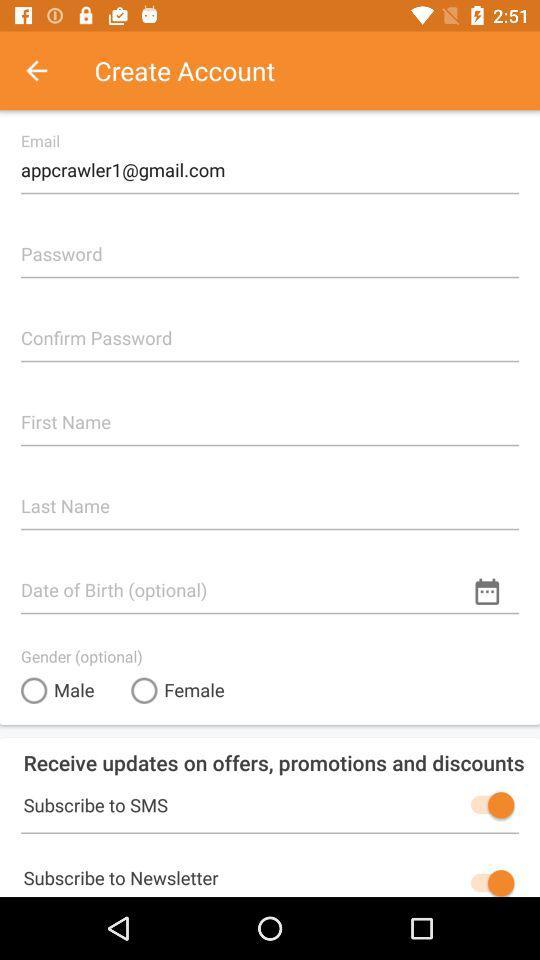  I want to click on space for birthdate, so click(270, 581).